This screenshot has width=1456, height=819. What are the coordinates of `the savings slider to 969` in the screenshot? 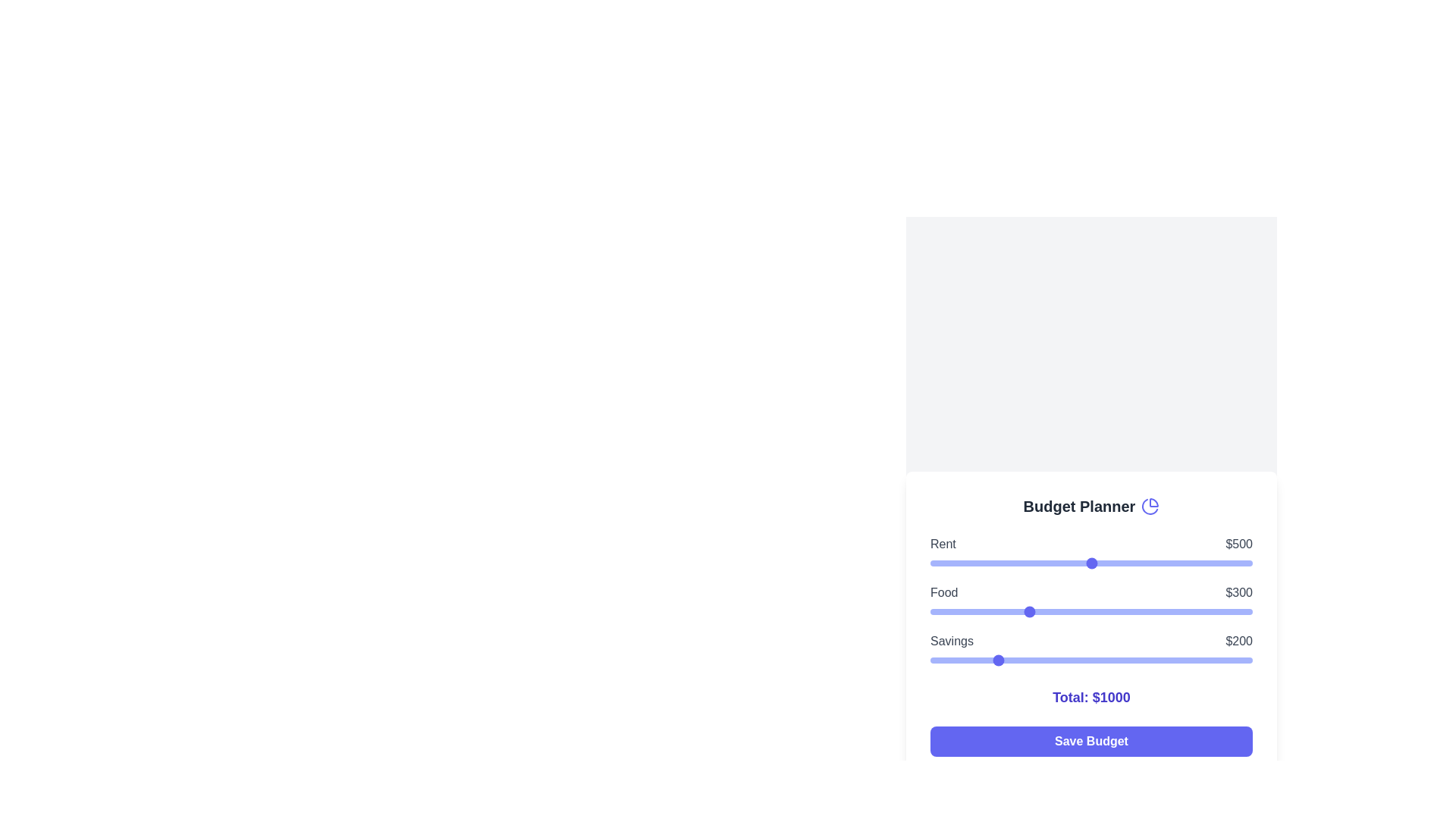 It's located at (1242, 660).